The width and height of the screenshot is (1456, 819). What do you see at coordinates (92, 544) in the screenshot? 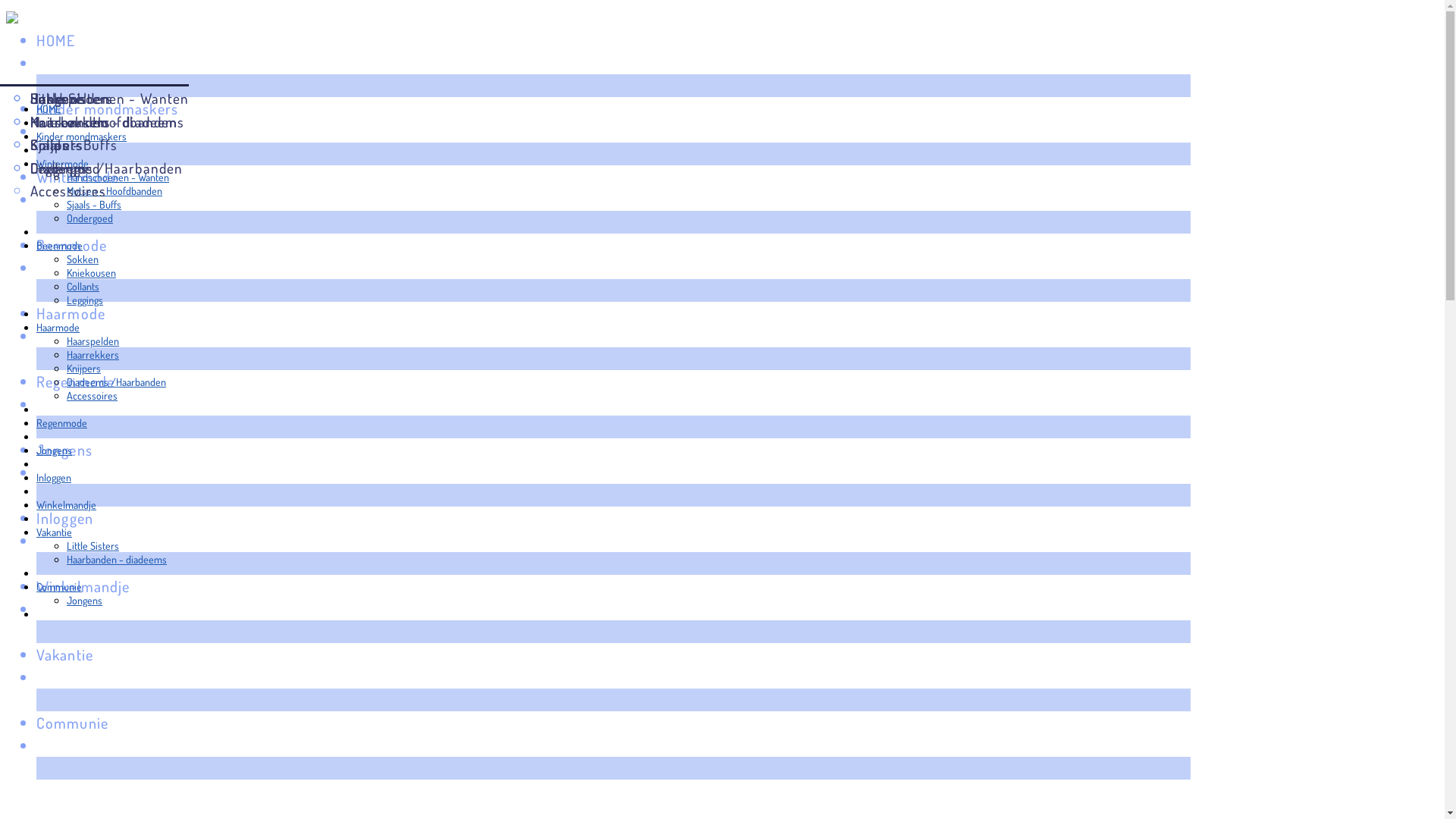
I see `'Little Sisters'` at bounding box center [92, 544].